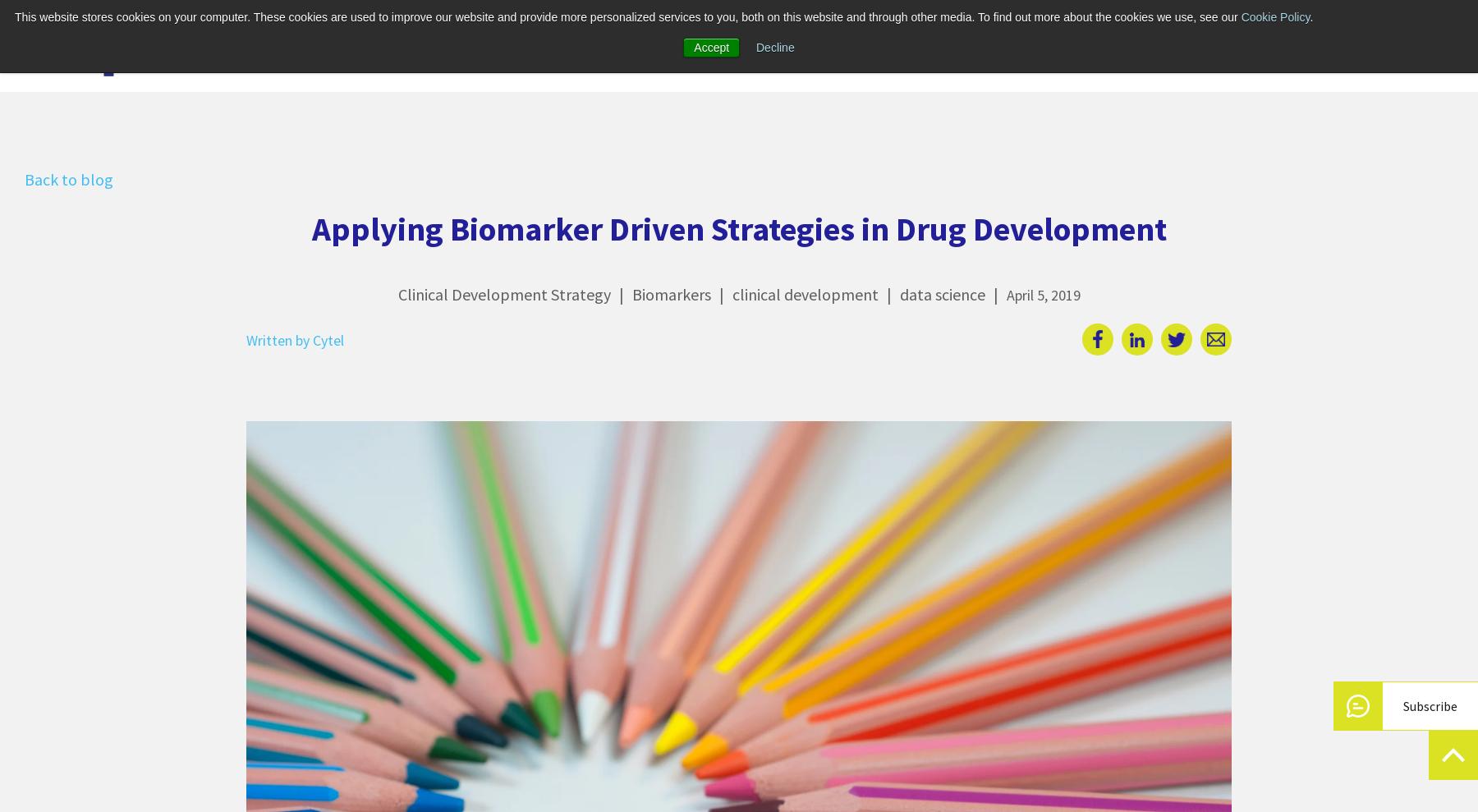 This screenshot has height=812, width=1478. I want to click on 'Accept', so click(711, 47).